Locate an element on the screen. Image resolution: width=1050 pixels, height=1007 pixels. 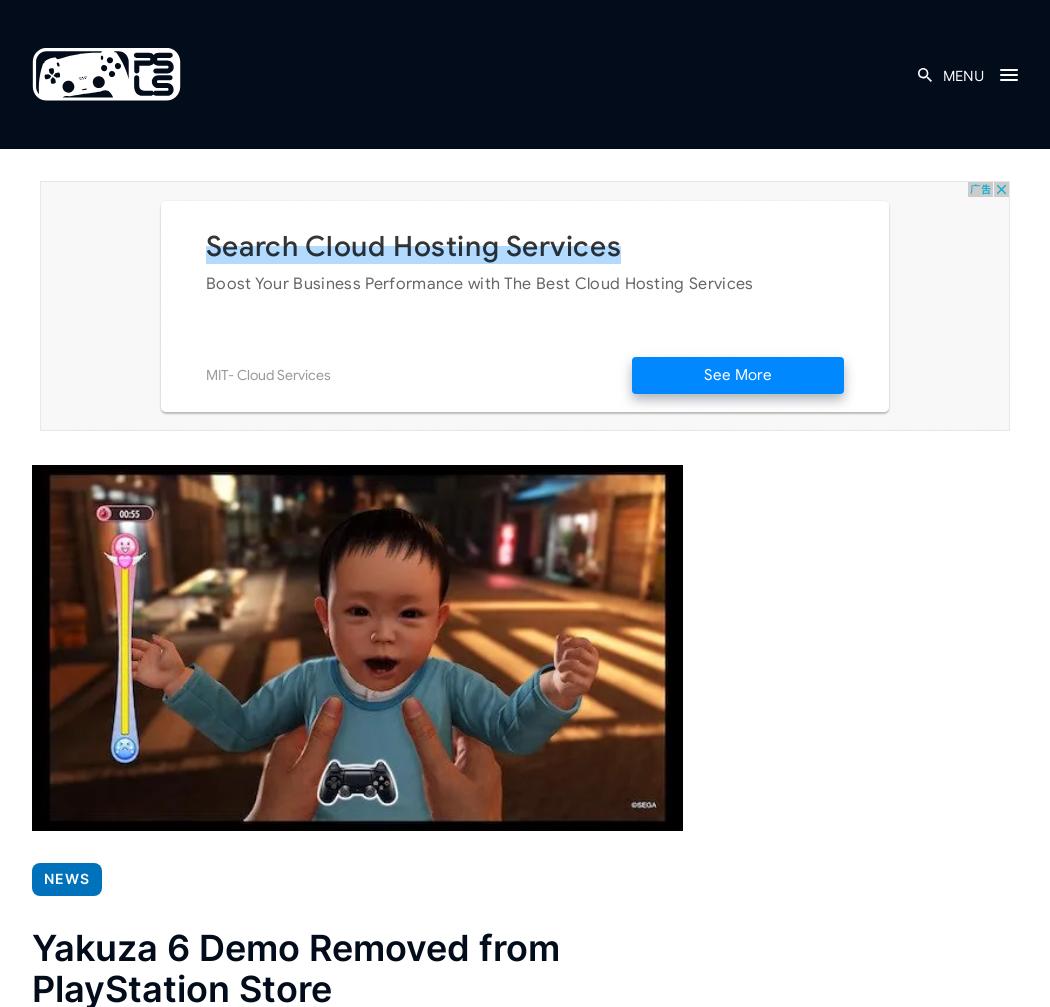
'Like a Dragon Gaiden Originally Planned as DLC' is located at coordinates (128, 603).